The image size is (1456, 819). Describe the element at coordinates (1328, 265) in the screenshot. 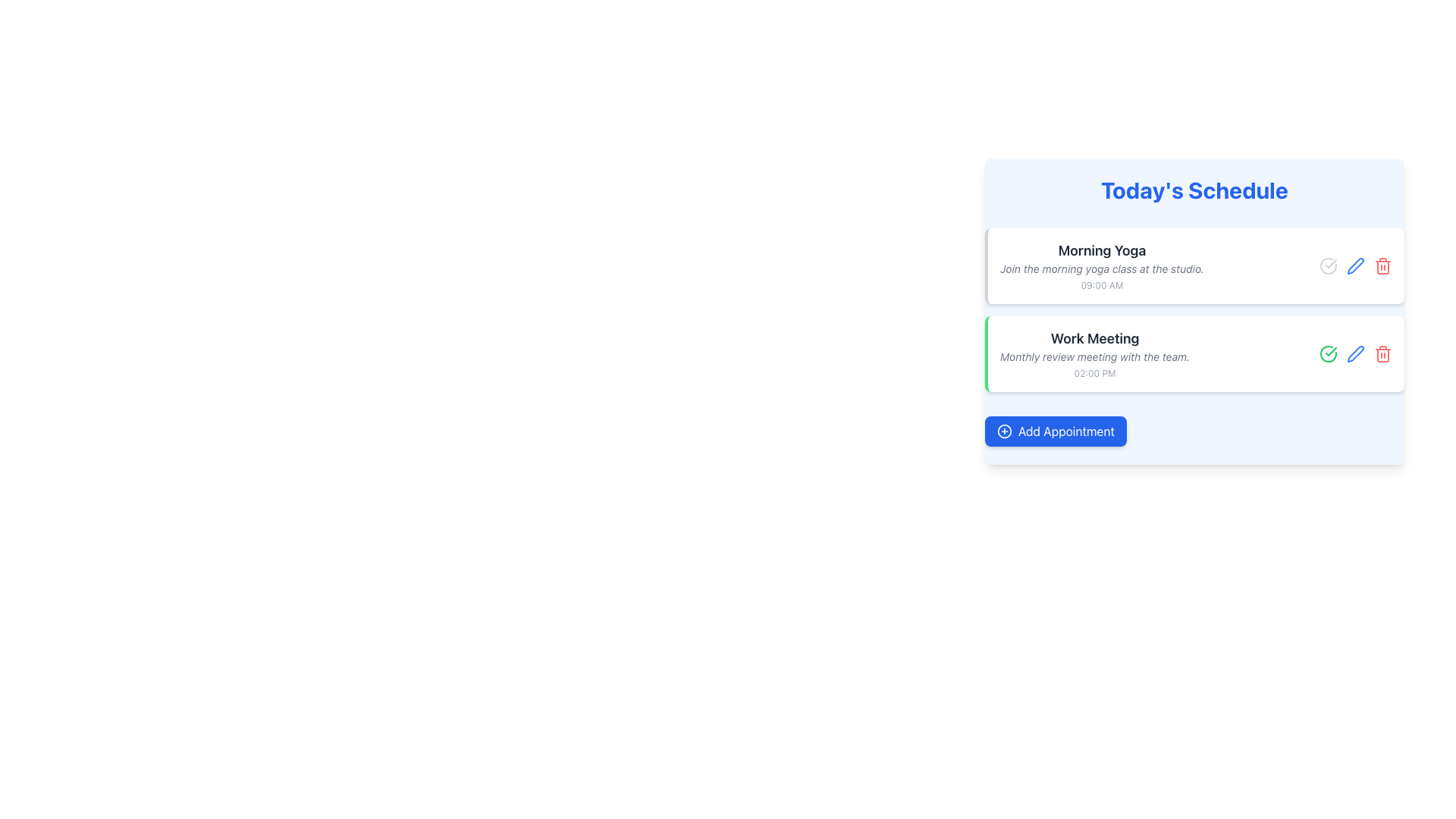

I see `the circular check mark icon in light gray color on the 'Morning Yoga' appointment card to trigger the hover effect` at that location.